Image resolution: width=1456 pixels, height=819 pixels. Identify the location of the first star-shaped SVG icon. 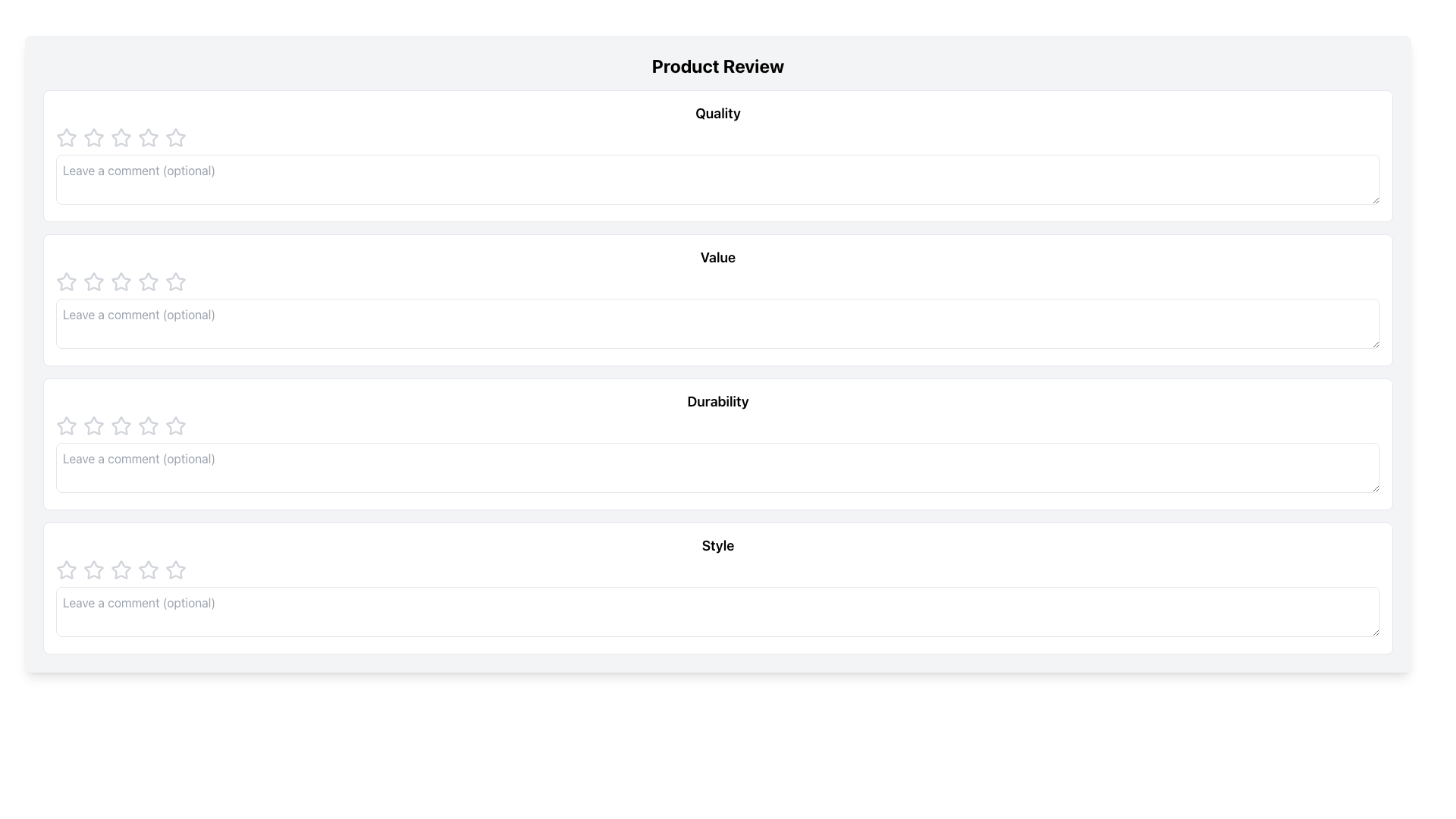
(65, 570).